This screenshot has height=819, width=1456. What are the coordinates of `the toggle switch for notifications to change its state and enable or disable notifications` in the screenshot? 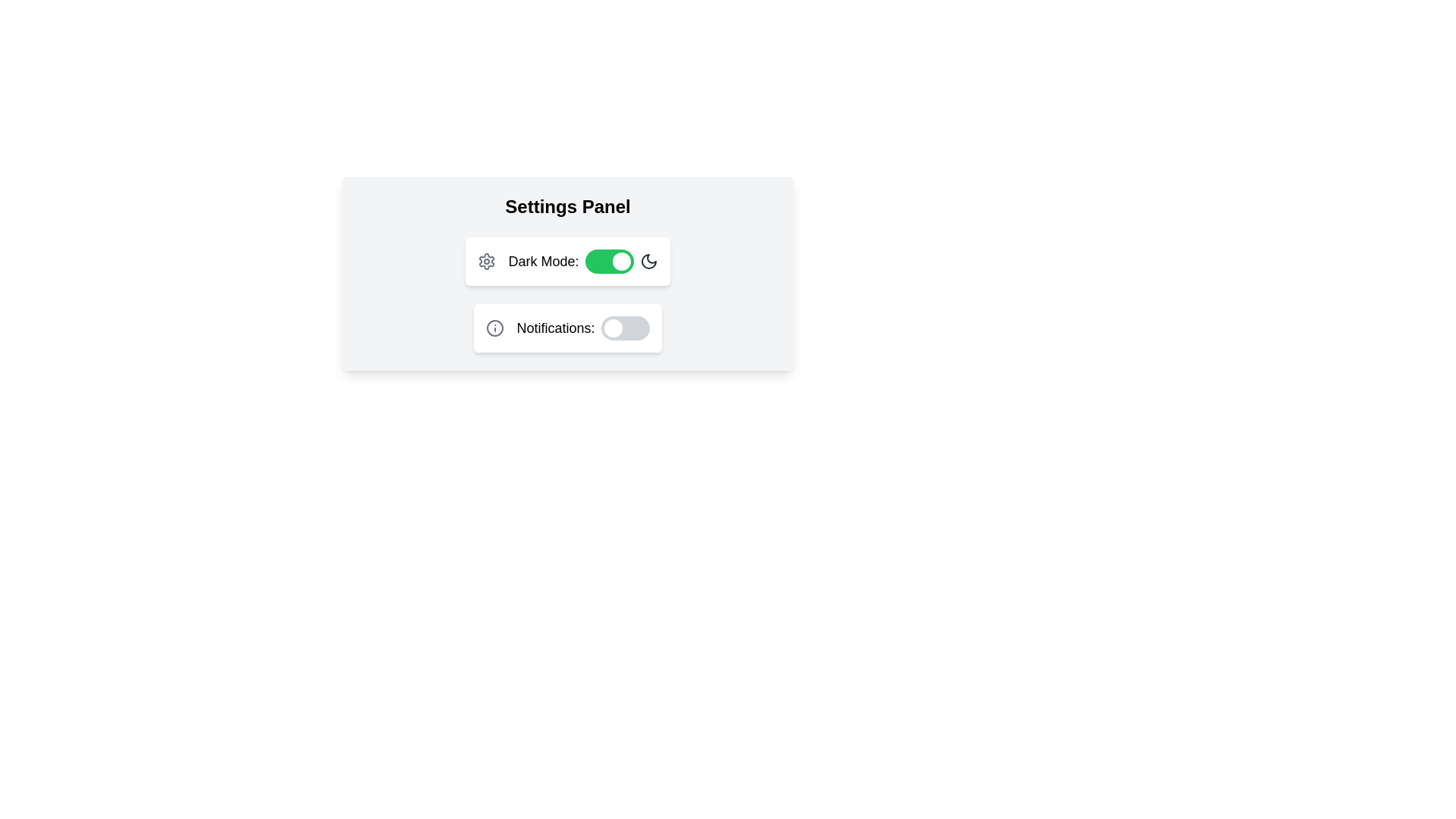 It's located at (625, 327).